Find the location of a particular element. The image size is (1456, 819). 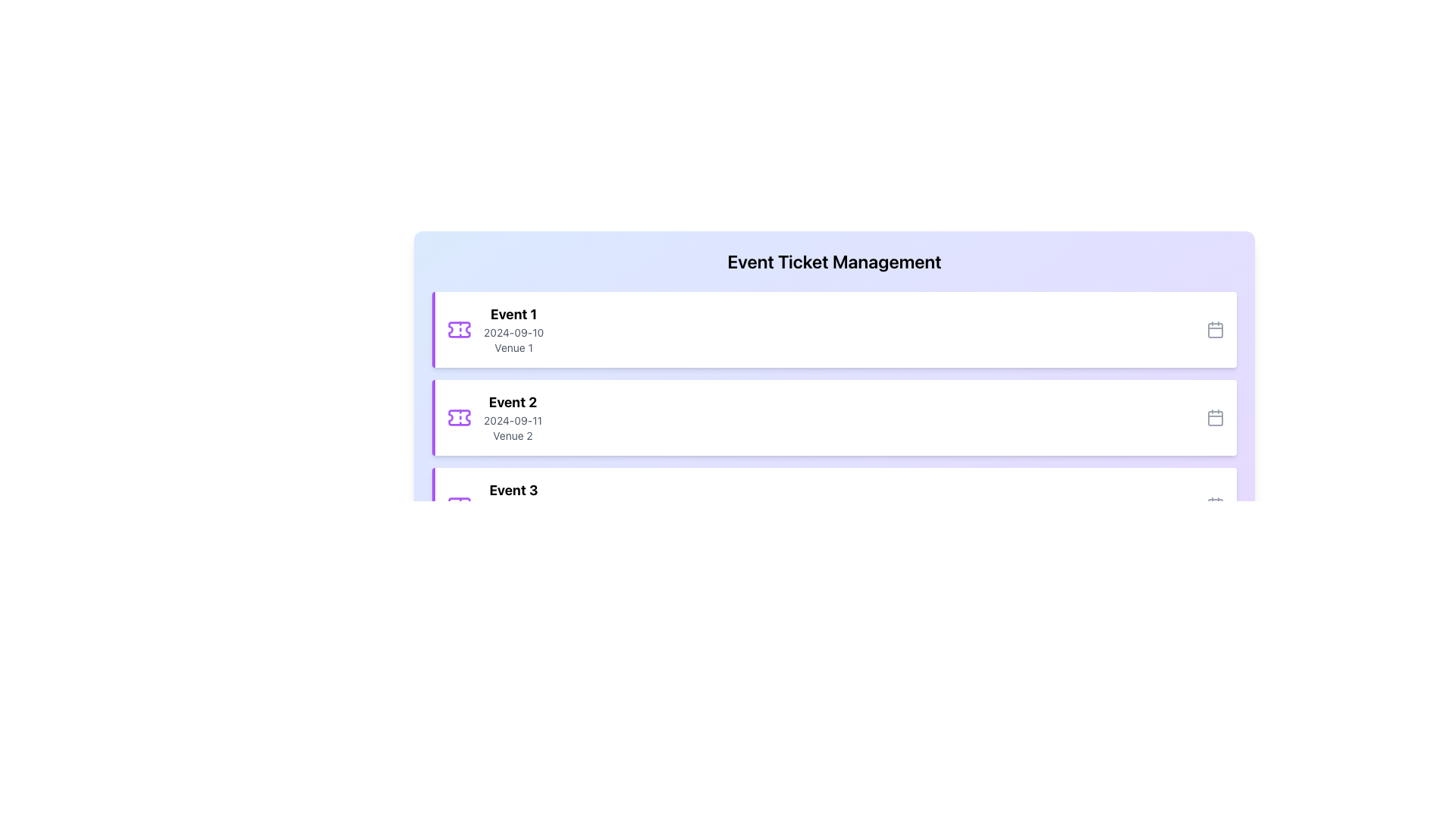

the Text Label displaying the date for 'Event 2', which is positioned below the 'Event 2' title and above 'Venue 2' is located at coordinates (513, 421).